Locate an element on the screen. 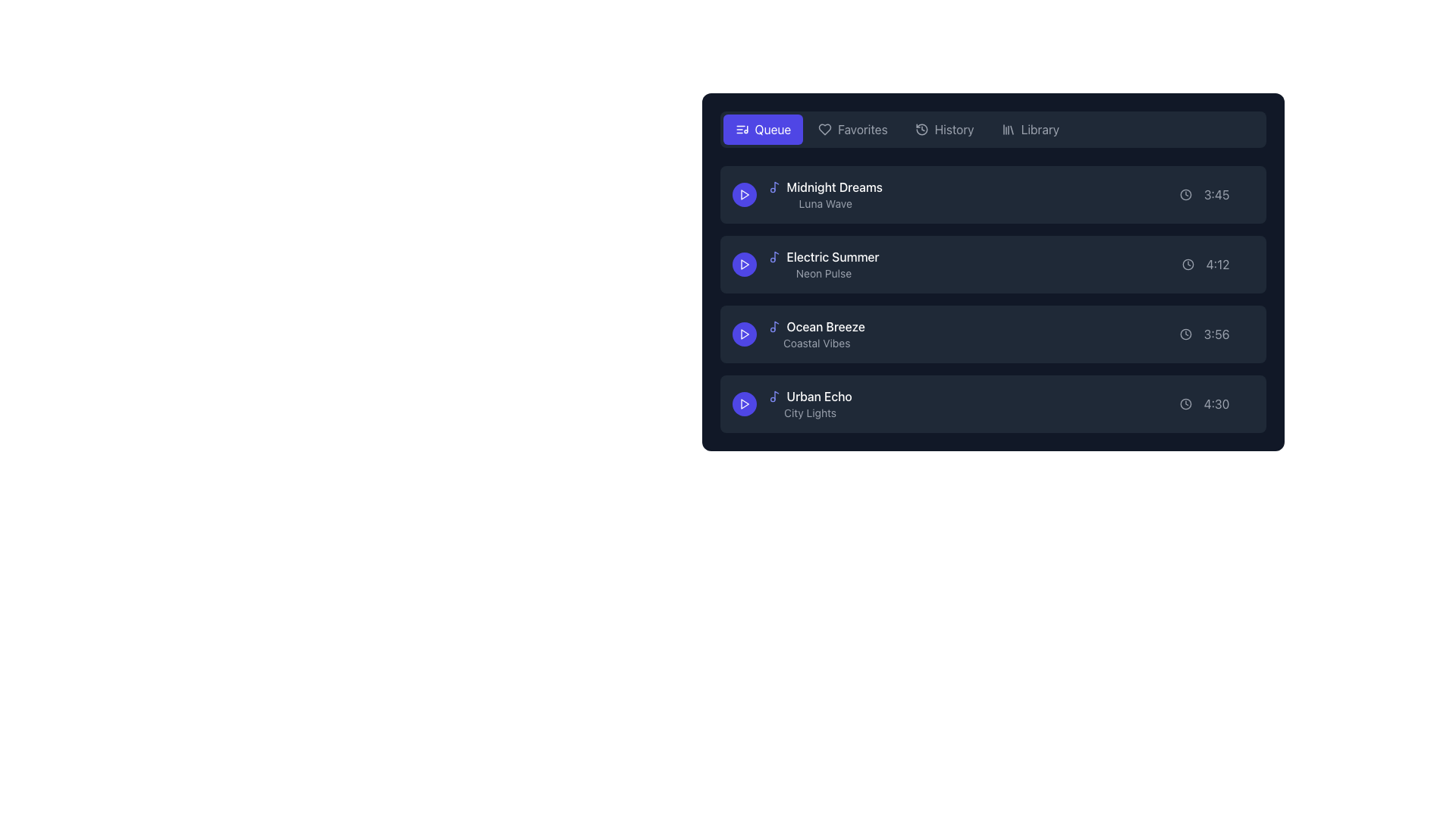 The height and width of the screenshot is (819, 1456). the icon representing the time in the first row of the list, located to the right of the text '3:45' is located at coordinates (1185, 194).